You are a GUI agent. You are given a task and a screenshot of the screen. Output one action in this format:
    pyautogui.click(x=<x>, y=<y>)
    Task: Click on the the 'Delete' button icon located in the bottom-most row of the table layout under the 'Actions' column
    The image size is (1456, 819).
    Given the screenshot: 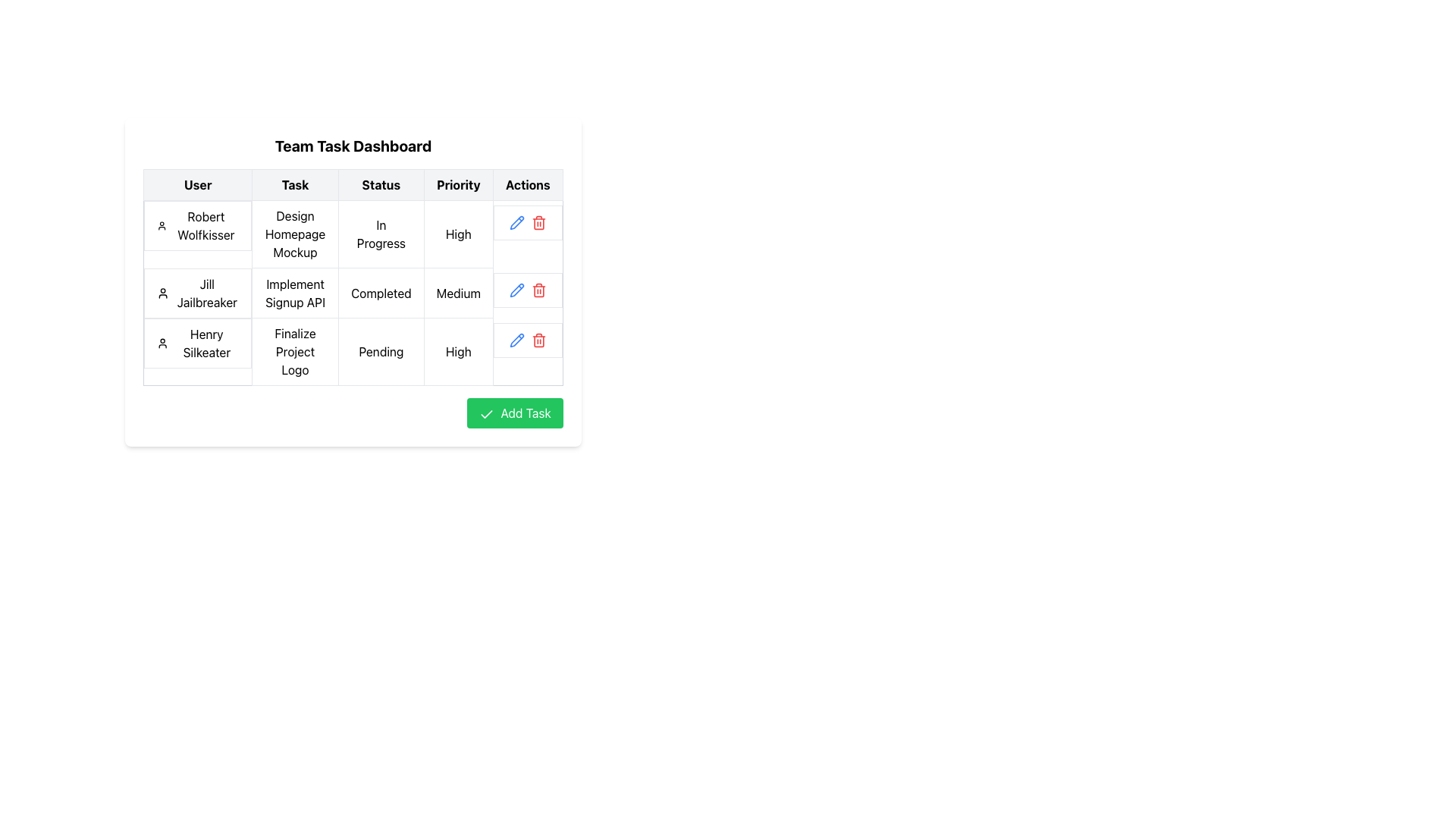 What is the action you would take?
    pyautogui.click(x=538, y=339)
    